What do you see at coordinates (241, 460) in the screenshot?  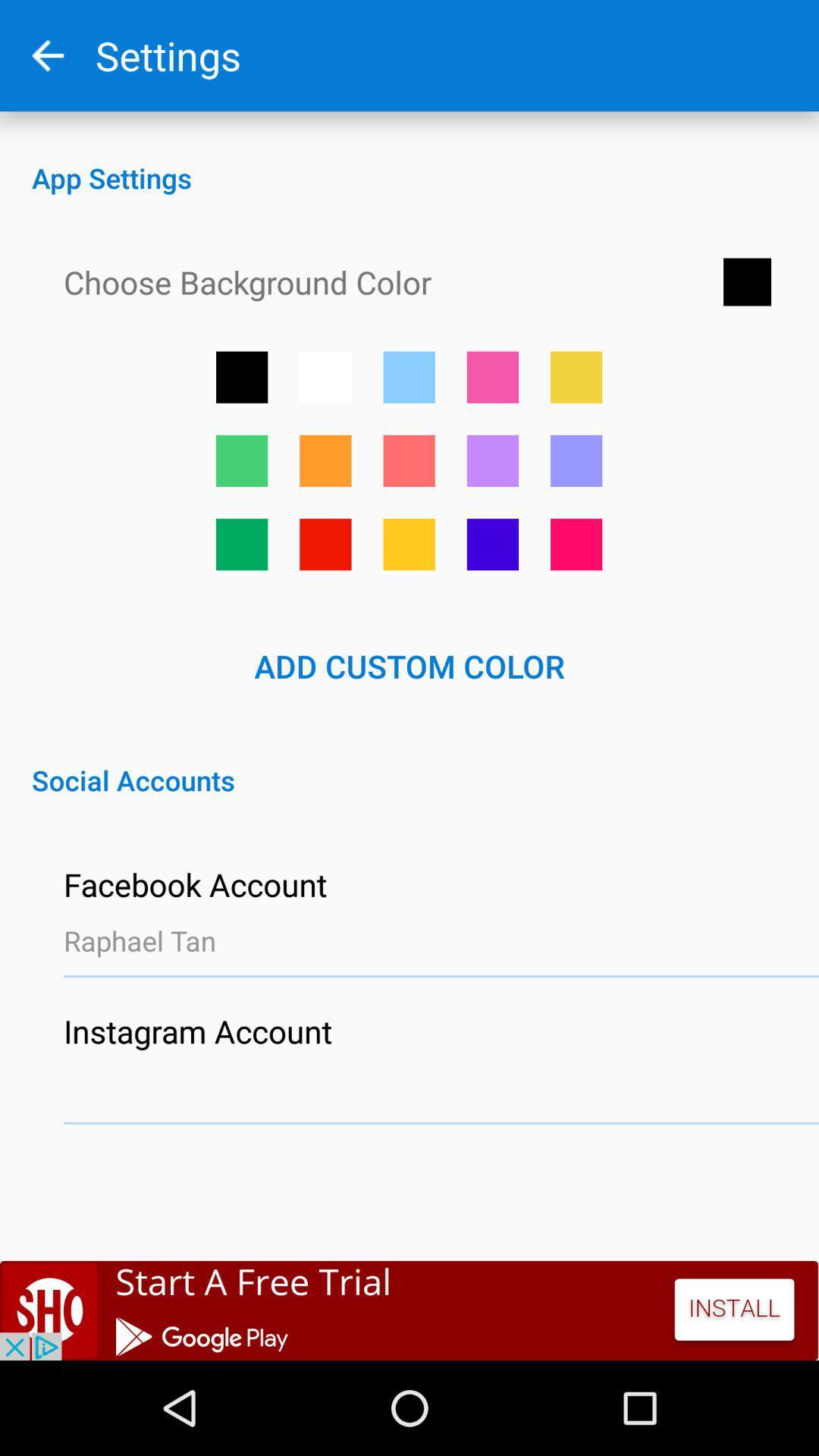 I see `color` at bounding box center [241, 460].